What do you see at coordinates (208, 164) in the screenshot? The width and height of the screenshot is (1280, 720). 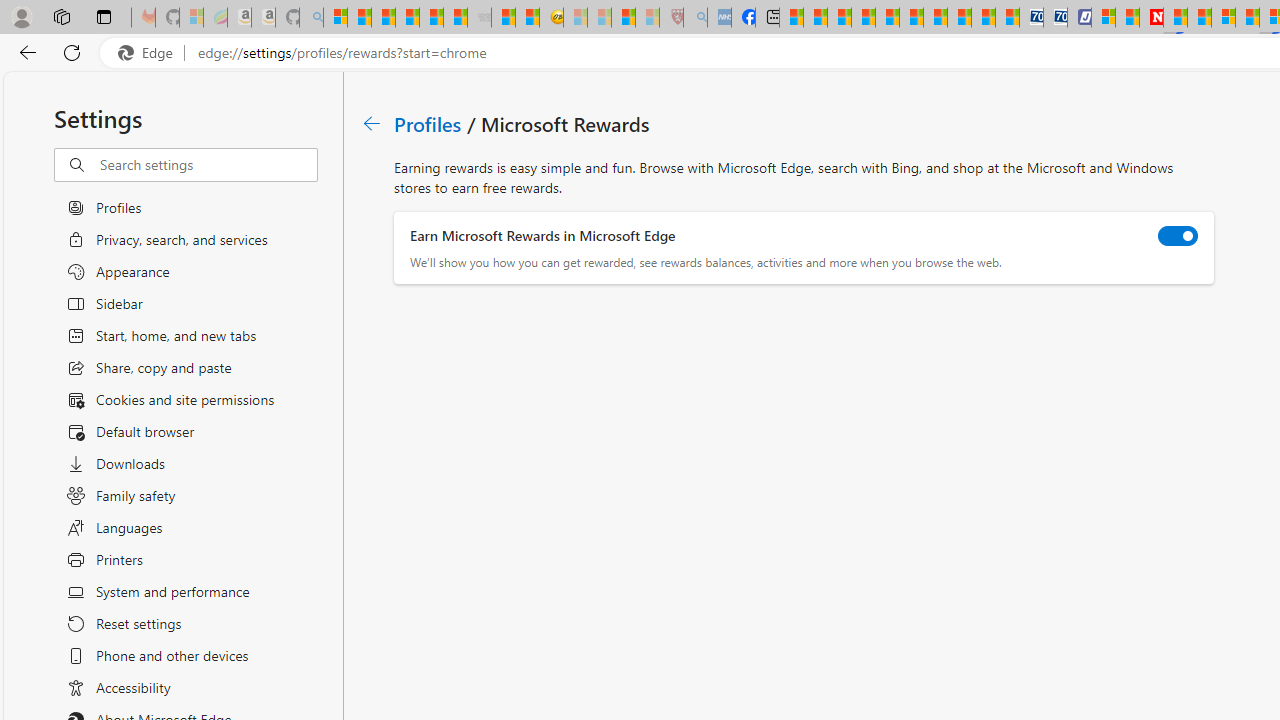 I see `'Search settings'` at bounding box center [208, 164].